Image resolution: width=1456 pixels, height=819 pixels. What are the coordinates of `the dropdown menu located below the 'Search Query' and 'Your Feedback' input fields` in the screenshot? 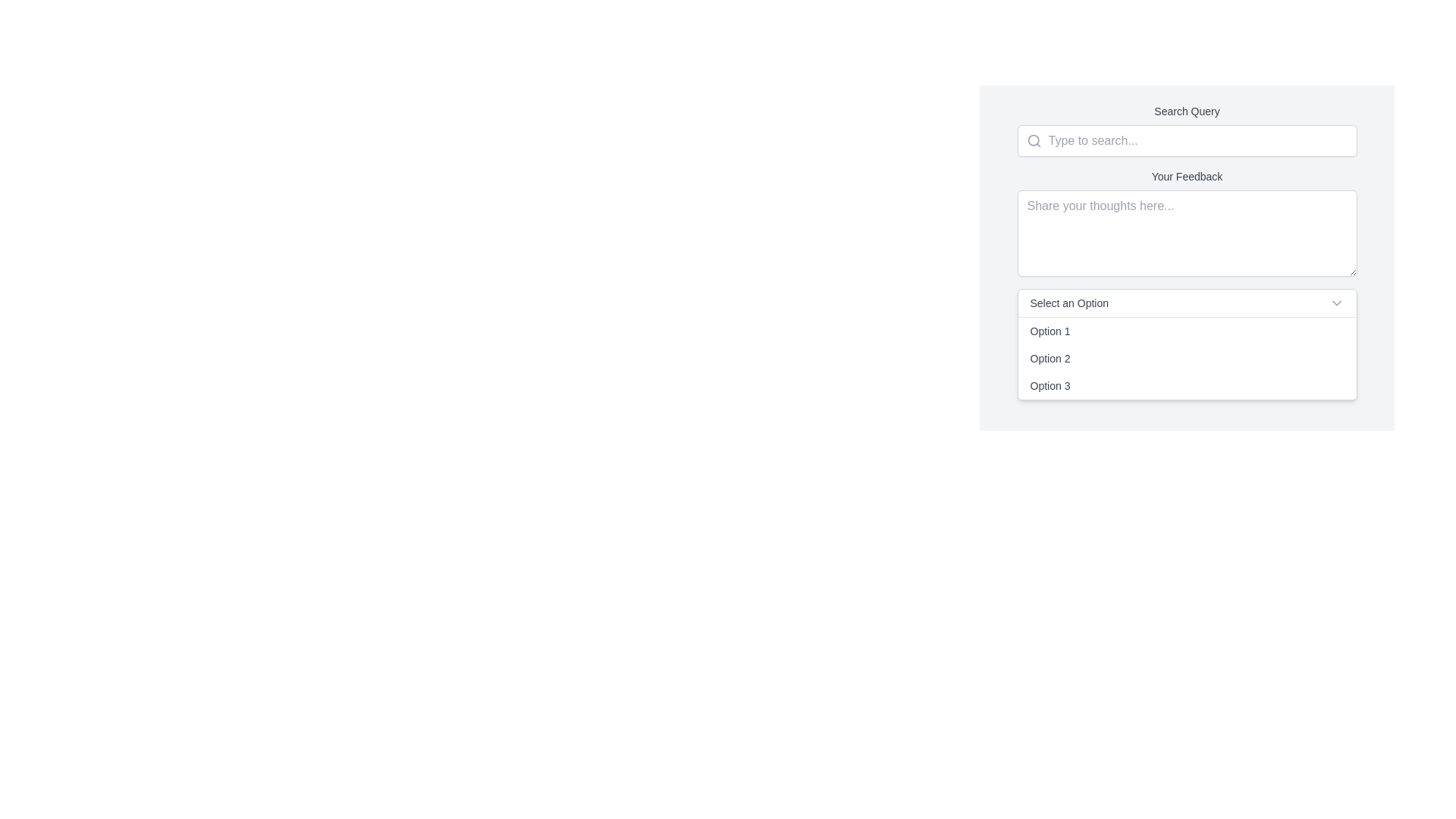 It's located at (1186, 344).